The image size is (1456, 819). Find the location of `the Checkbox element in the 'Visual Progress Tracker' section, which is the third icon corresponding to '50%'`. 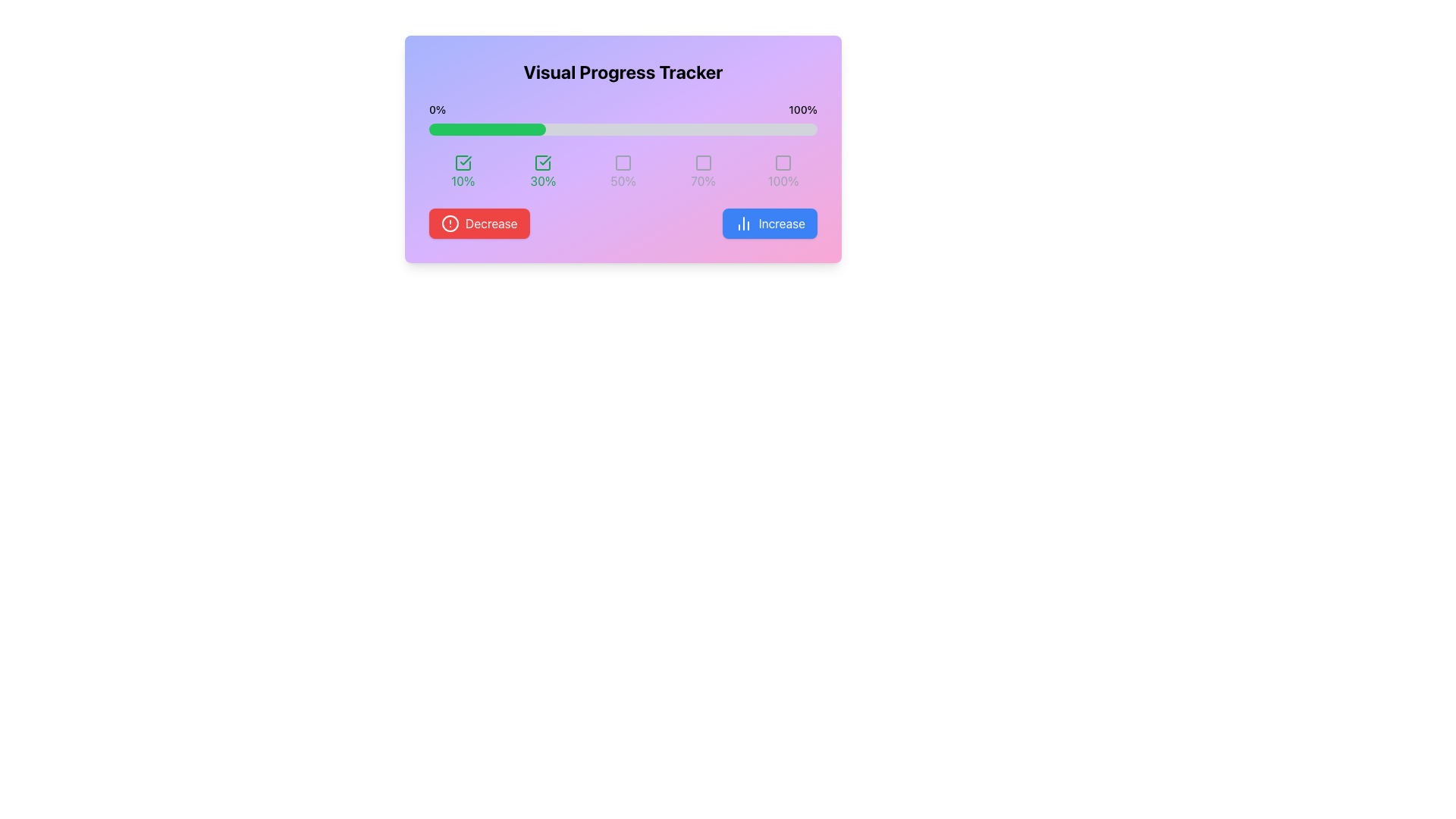

the Checkbox element in the 'Visual Progress Tracker' section, which is the third icon corresponding to '50%' is located at coordinates (623, 163).